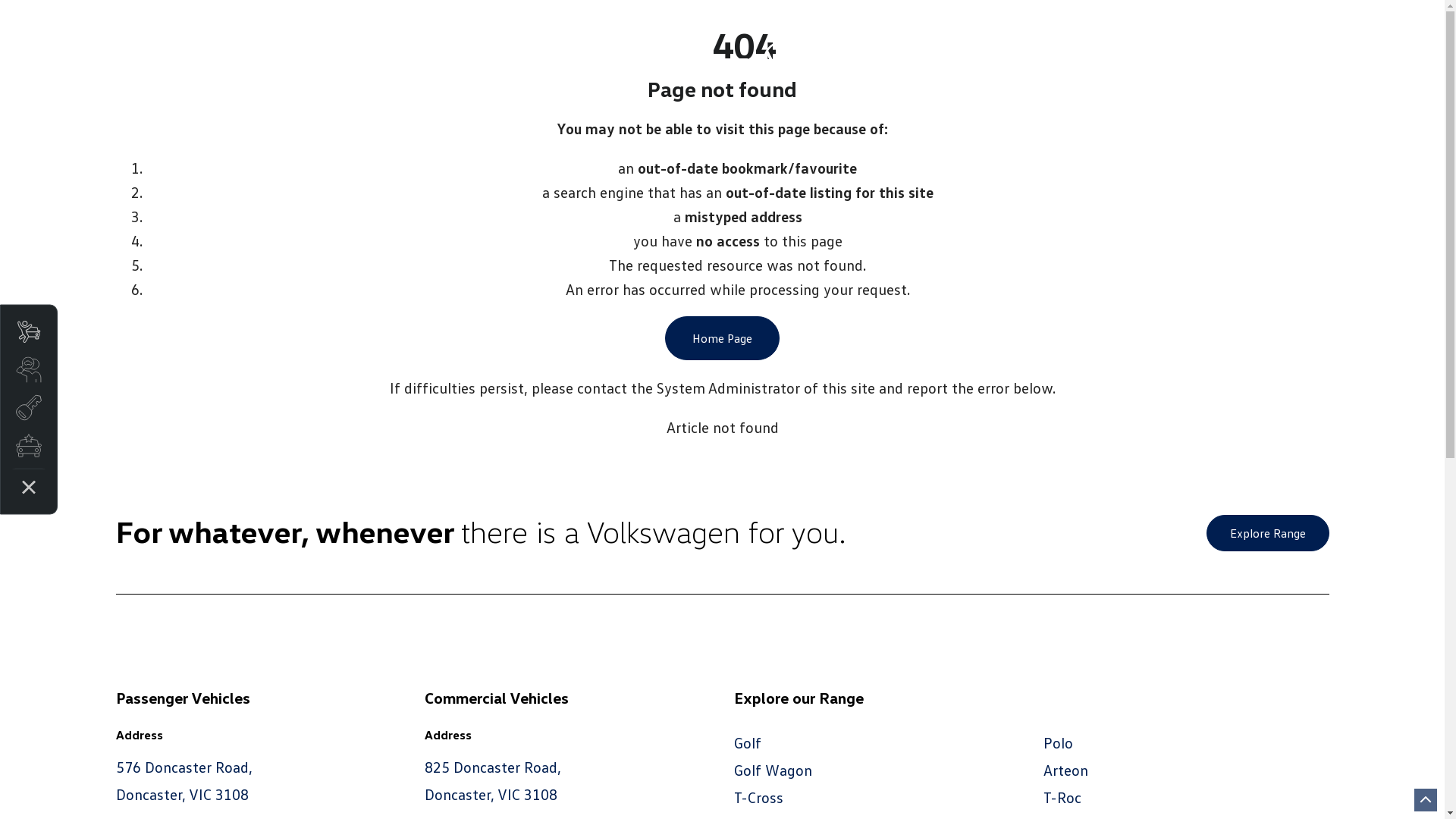 Image resolution: width=1456 pixels, height=819 pixels. What do you see at coordinates (1065, 769) in the screenshot?
I see `'Arteon'` at bounding box center [1065, 769].